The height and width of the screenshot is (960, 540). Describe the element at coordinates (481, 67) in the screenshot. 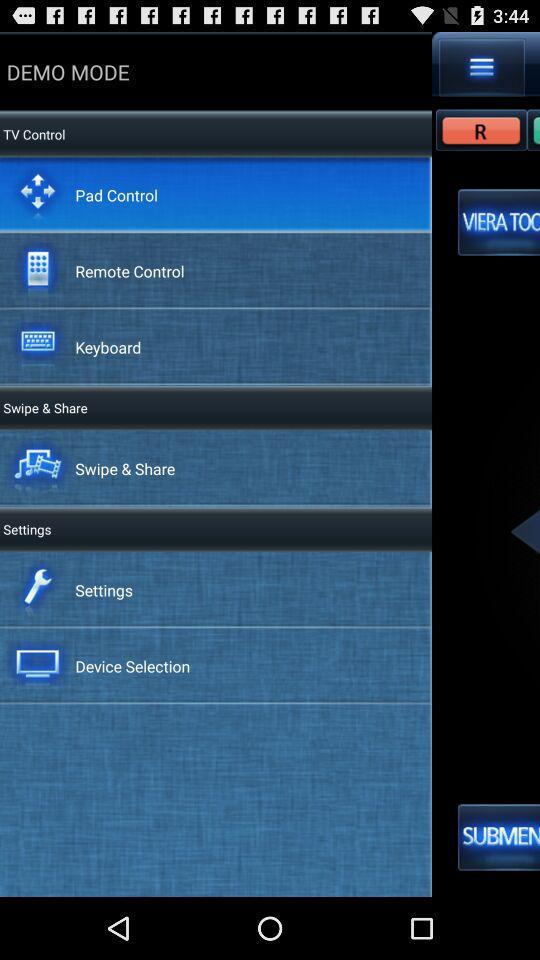

I see `the app to the right of demo mode icon` at that location.